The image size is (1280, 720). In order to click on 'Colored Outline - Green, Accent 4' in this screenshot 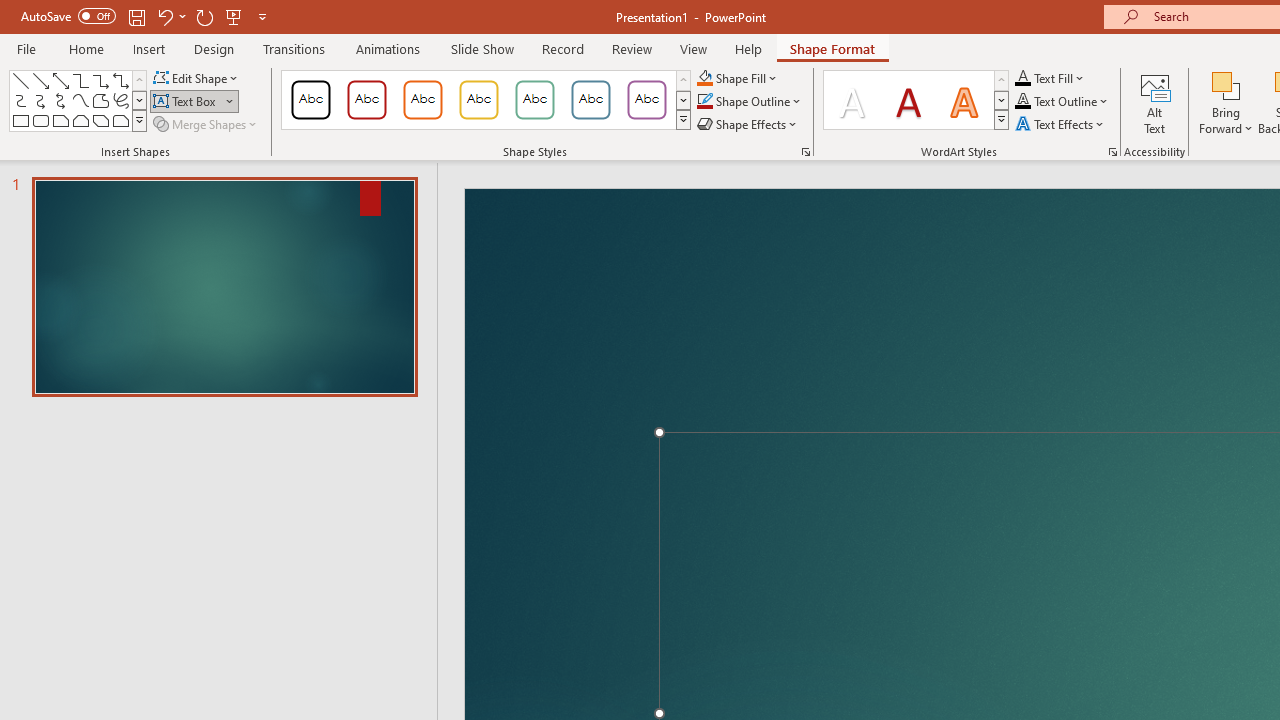, I will do `click(535, 100)`.